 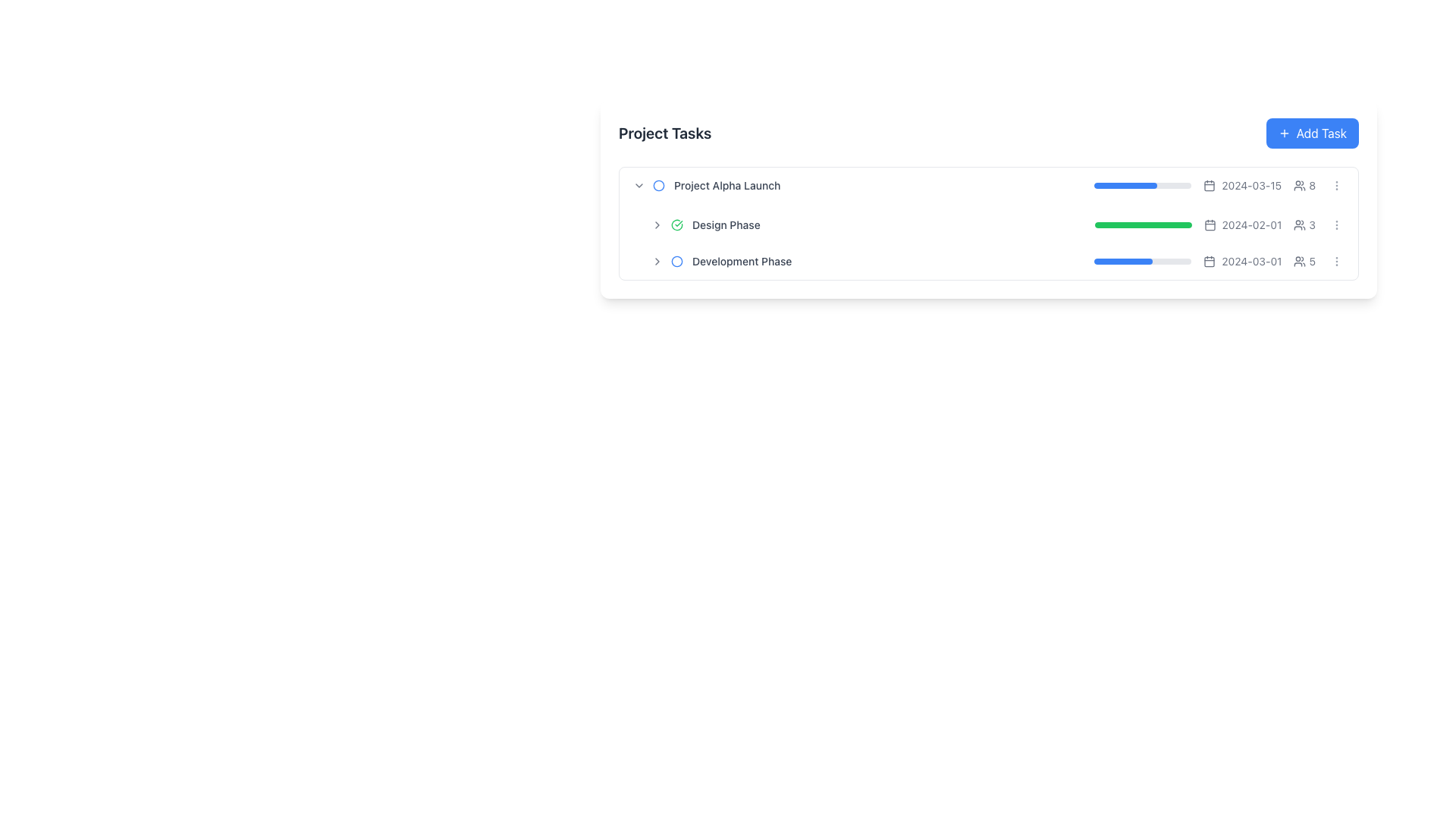 I want to click on the small chevron rightward-arrow button located next to the 'Development Phase' text to change its background color, so click(x=657, y=260).